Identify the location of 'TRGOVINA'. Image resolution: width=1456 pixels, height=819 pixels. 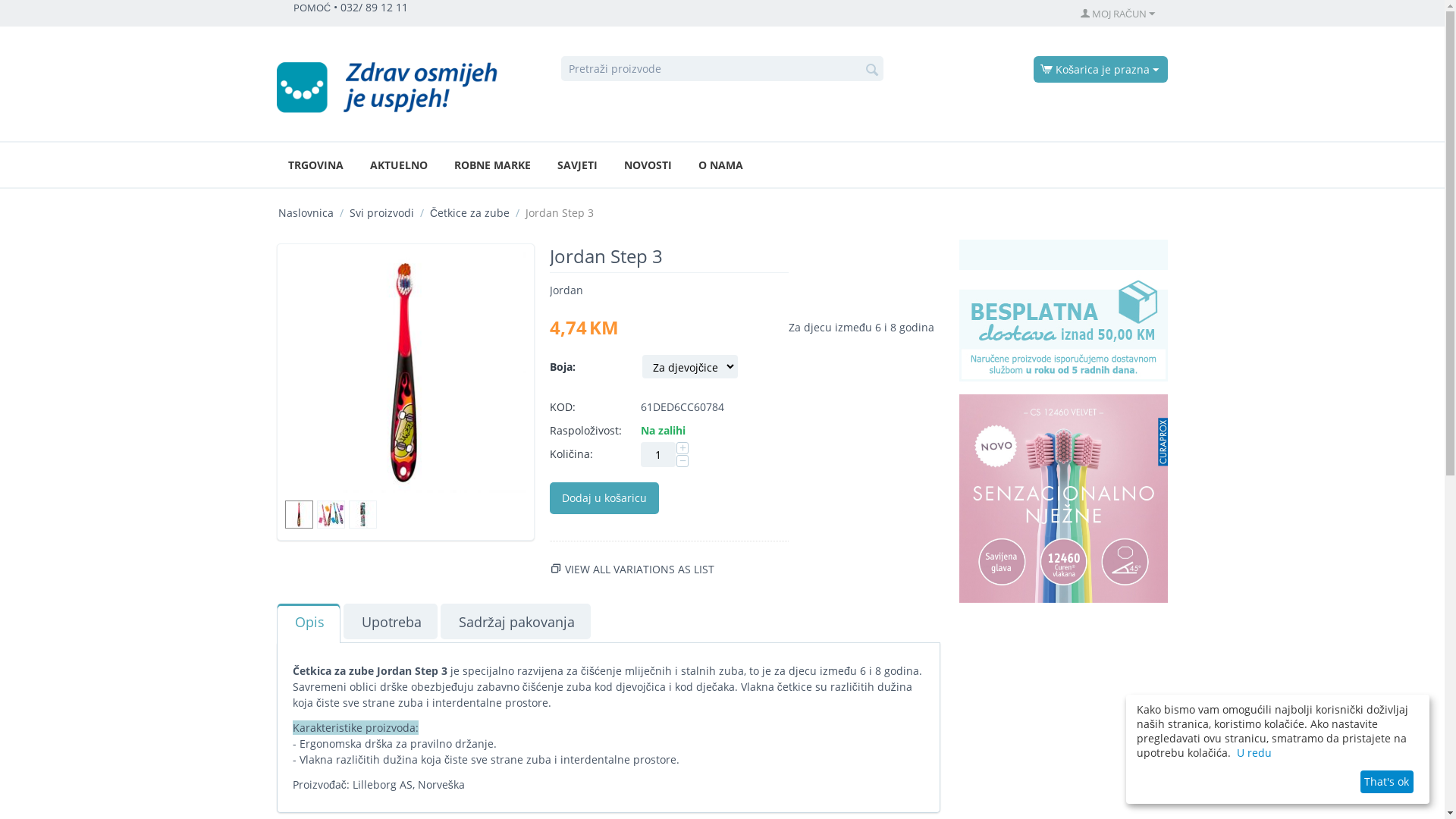
(315, 165).